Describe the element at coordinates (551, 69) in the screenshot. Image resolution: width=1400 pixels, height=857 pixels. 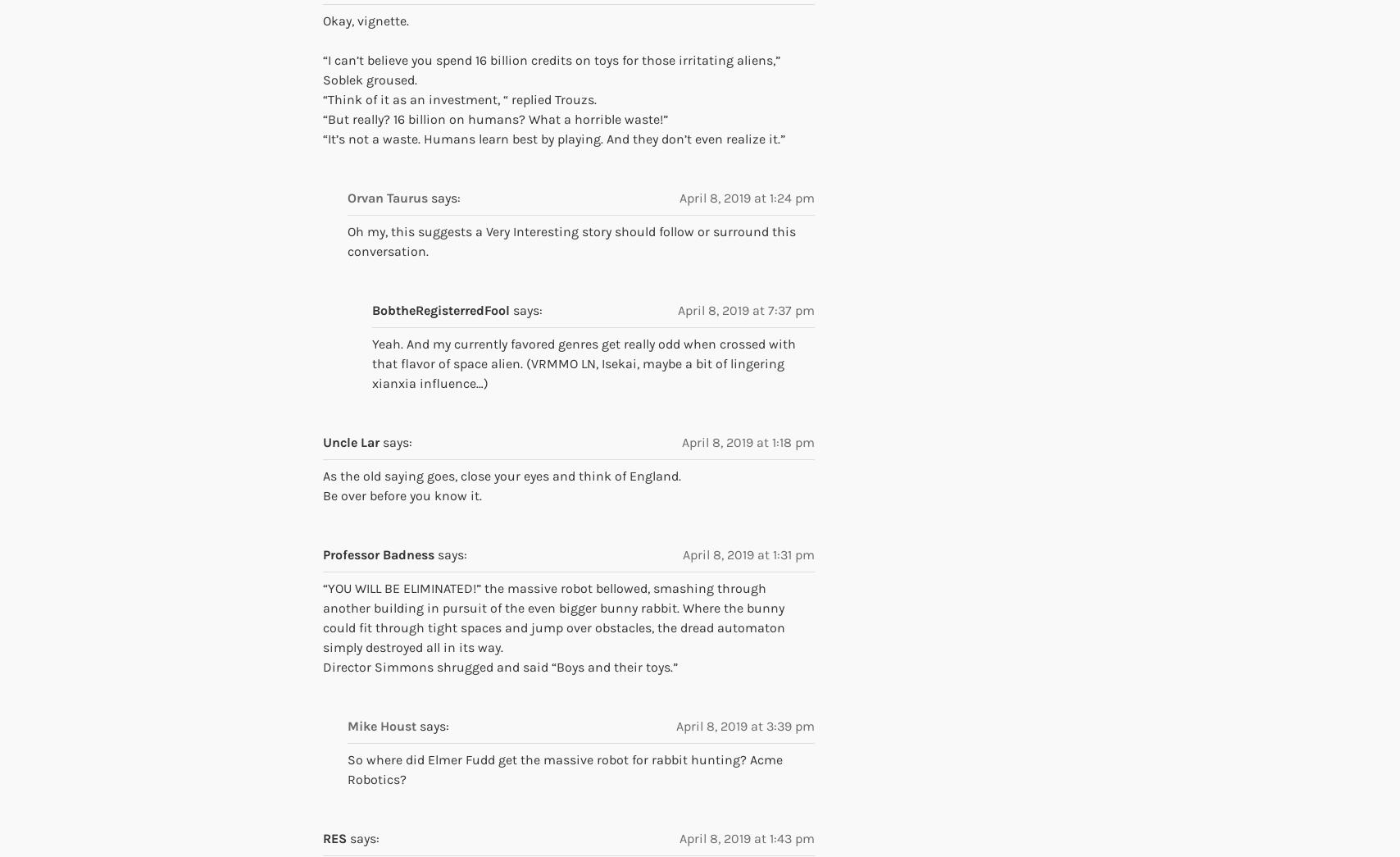
I see `'“I can’t believe you spend 16 billion credits on toys for those irritating aliens,” Soblek groused.'` at that location.